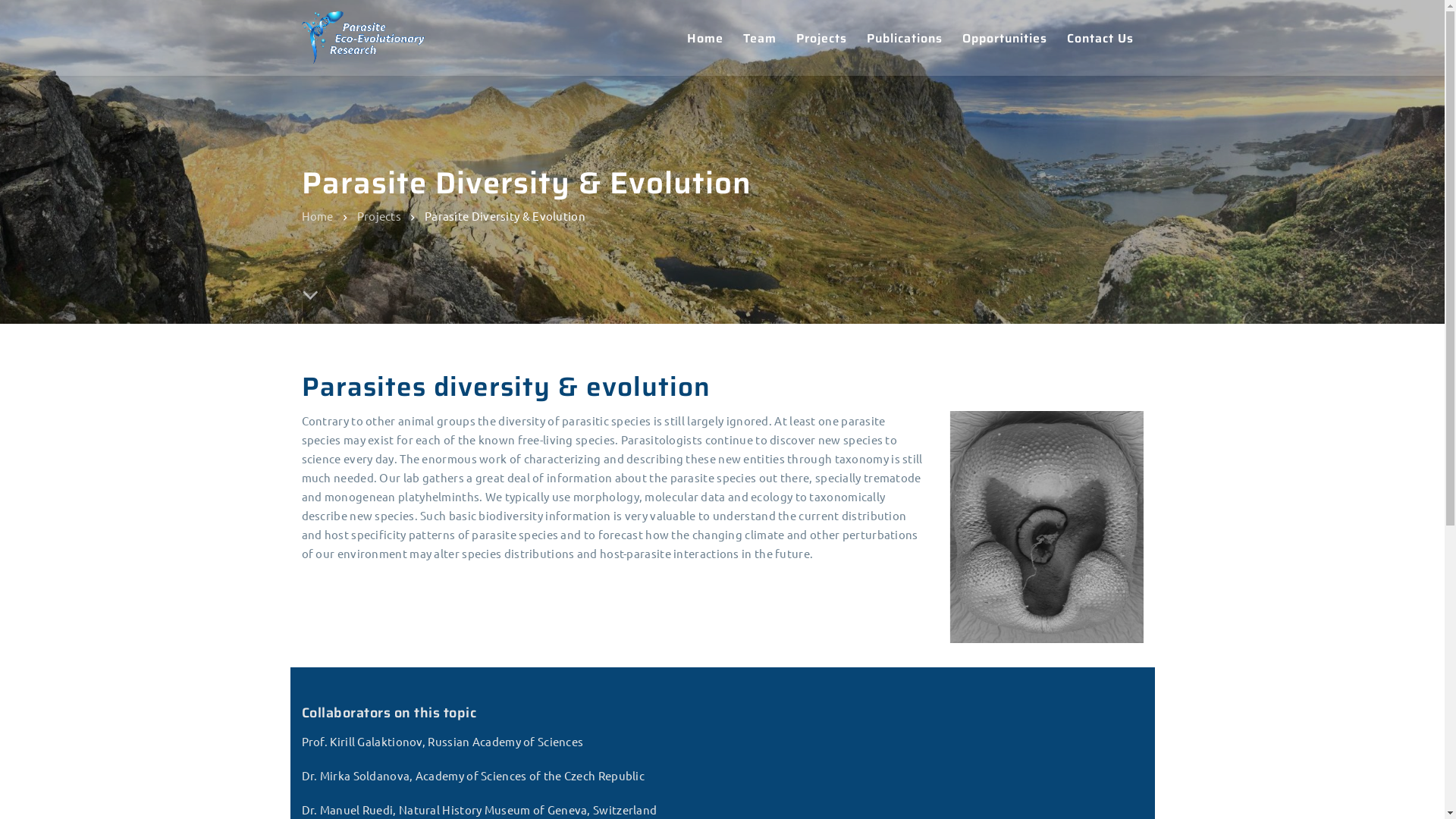  I want to click on 'Home', so click(619, 569).